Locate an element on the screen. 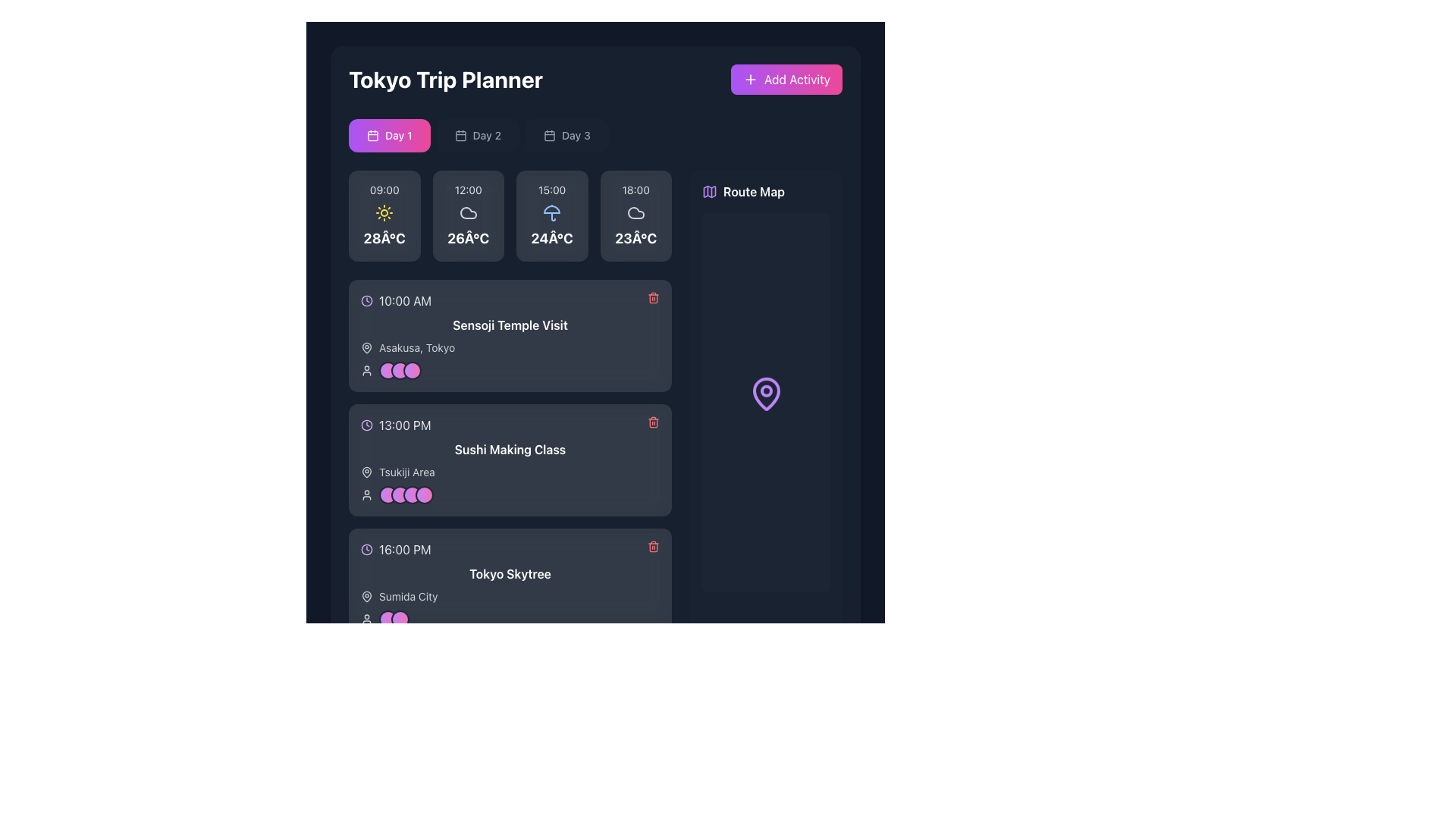 The height and width of the screenshot is (819, 1456). the linked page of the User group visualization component in the 'Sushi Making Class' section, if enabled is located at coordinates (510, 494).